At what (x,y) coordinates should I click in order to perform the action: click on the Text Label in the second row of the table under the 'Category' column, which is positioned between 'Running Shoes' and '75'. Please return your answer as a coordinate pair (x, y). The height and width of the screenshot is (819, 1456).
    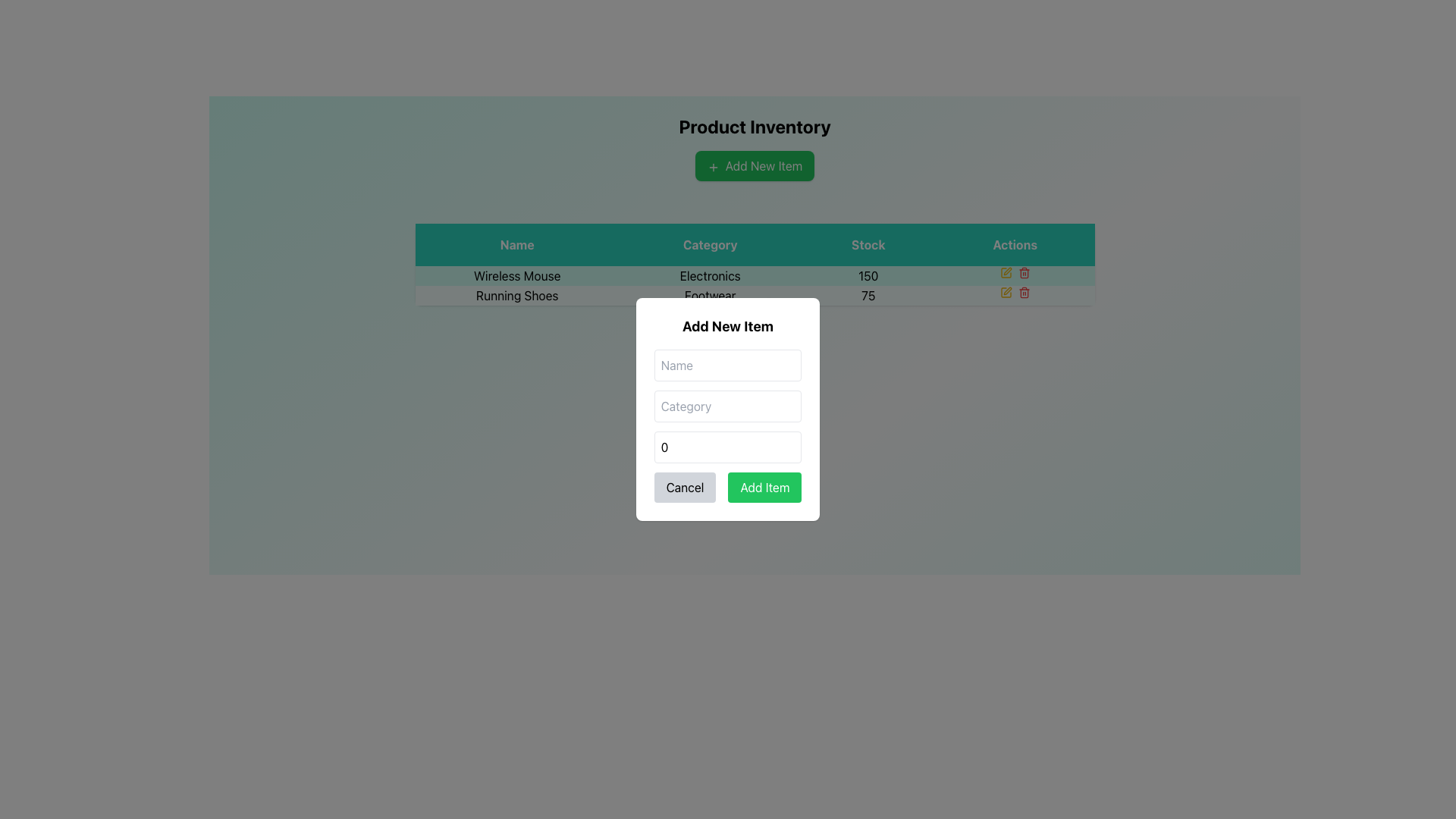
    Looking at the image, I should click on (709, 295).